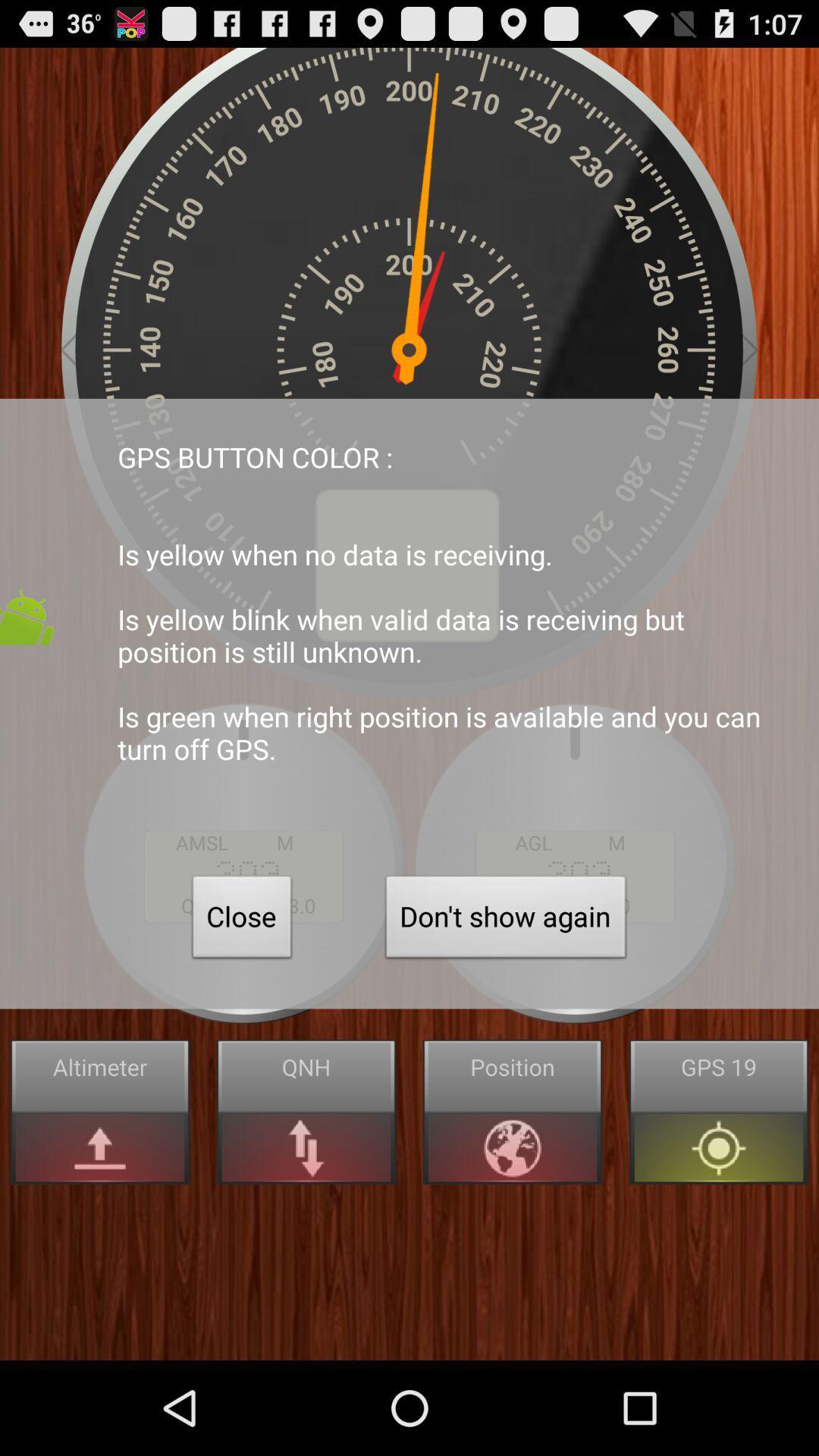 Image resolution: width=819 pixels, height=1456 pixels. What do you see at coordinates (241, 920) in the screenshot?
I see `close item` at bounding box center [241, 920].